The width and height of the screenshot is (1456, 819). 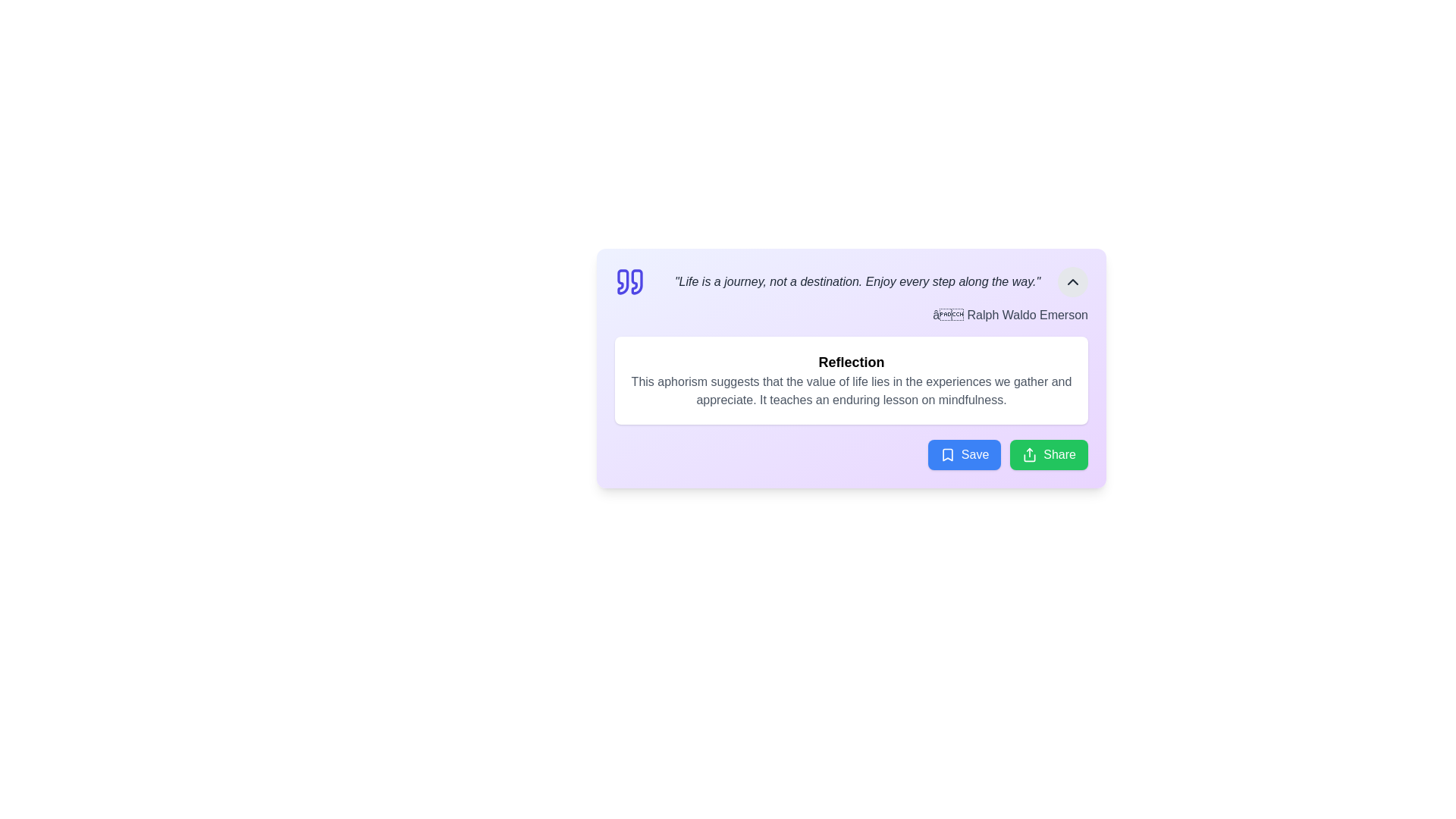 I want to click on the bookmark icon located to the left of the 'Save' text within the blue button at the bottom center of the widget, so click(x=946, y=454).